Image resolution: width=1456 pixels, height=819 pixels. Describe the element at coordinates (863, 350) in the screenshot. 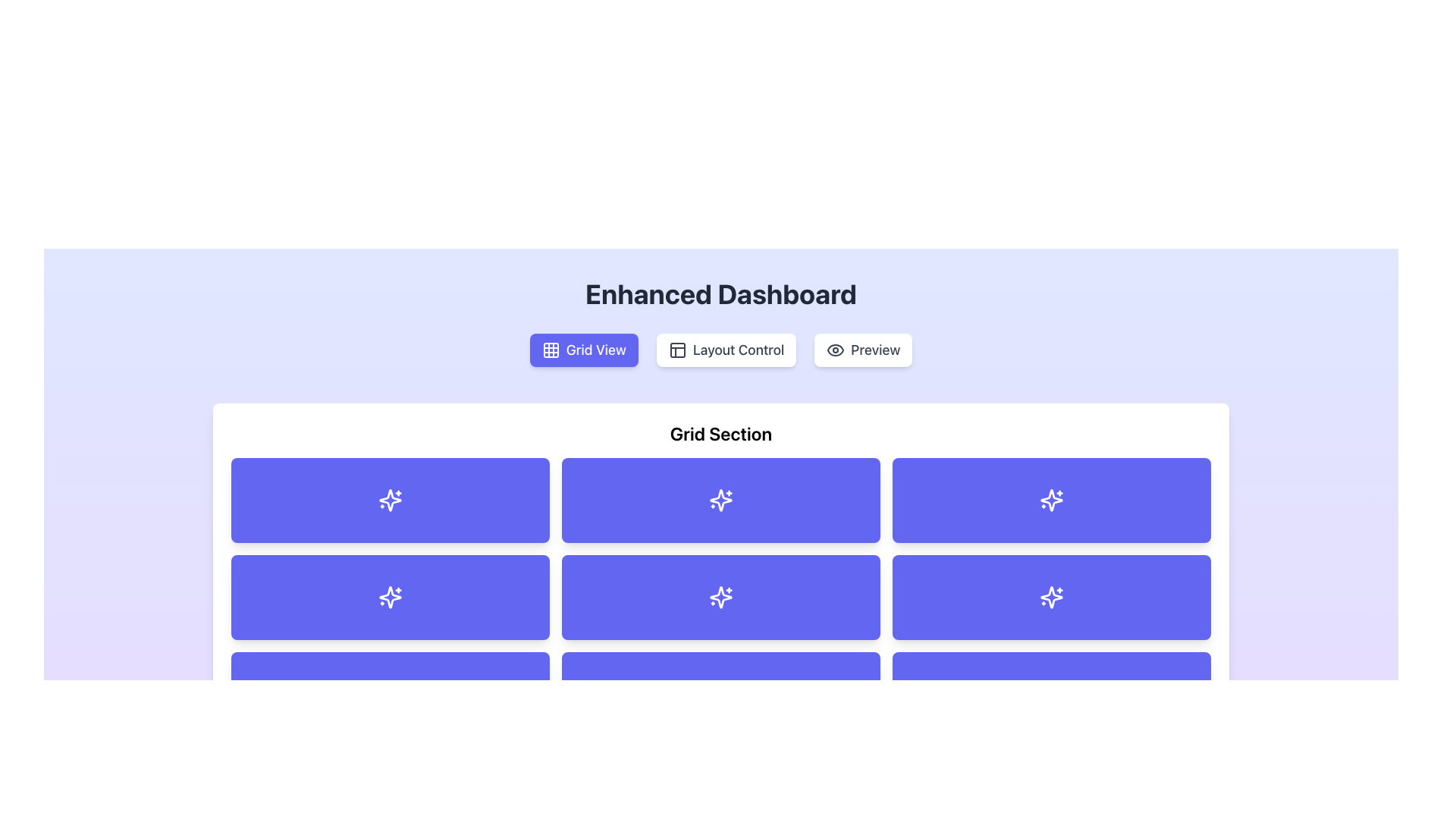

I see `the 'Preview' button, which is a rounded rectangle with a white background and gray text, located to the right of the 'Grid View' and 'Layout Control' buttons` at that location.